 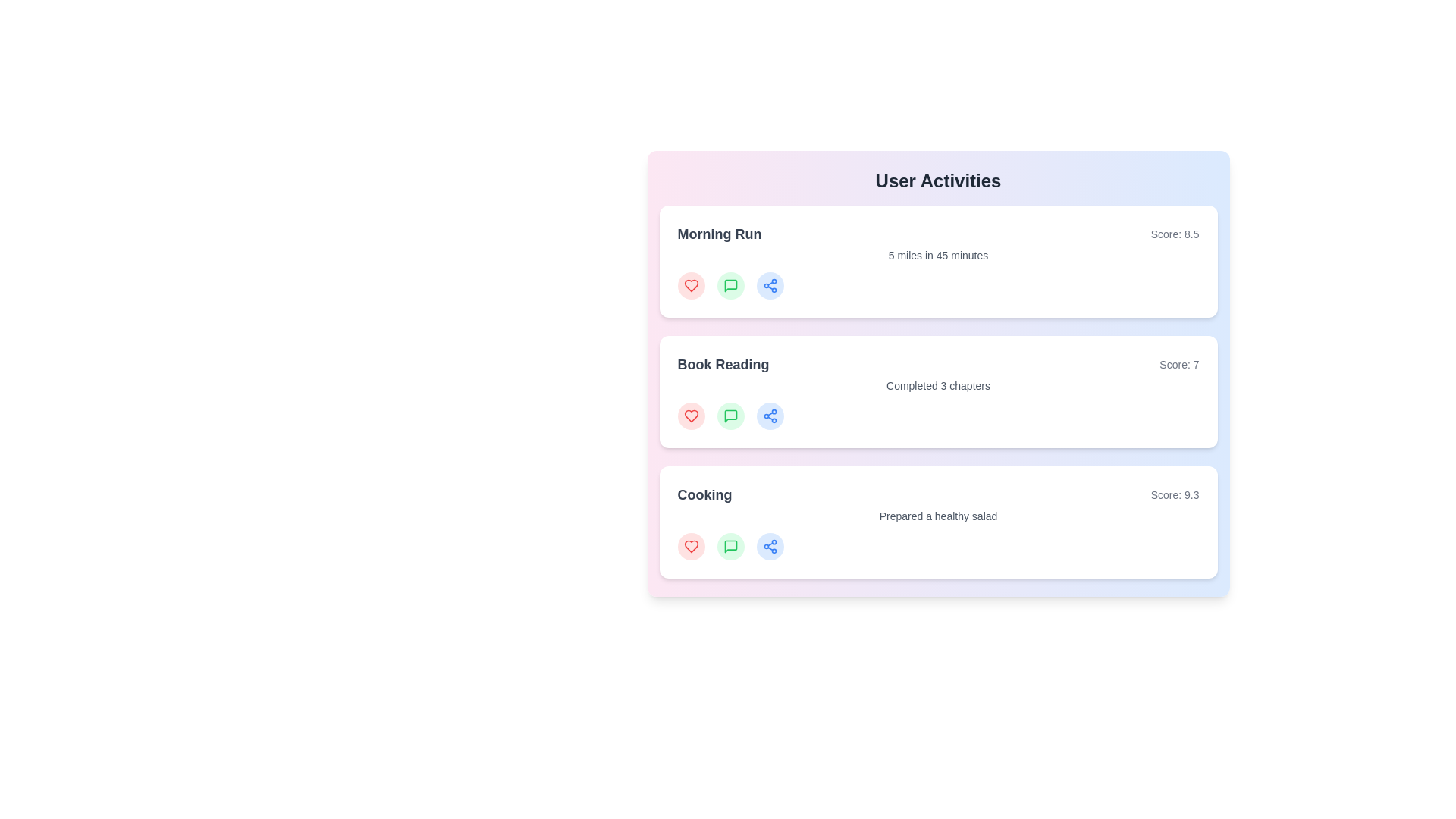 What do you see at coordinates (770, 416) in the screenshot?
I see `'share' button on the activity card for Book Reading` at bounding box center [770, 416].